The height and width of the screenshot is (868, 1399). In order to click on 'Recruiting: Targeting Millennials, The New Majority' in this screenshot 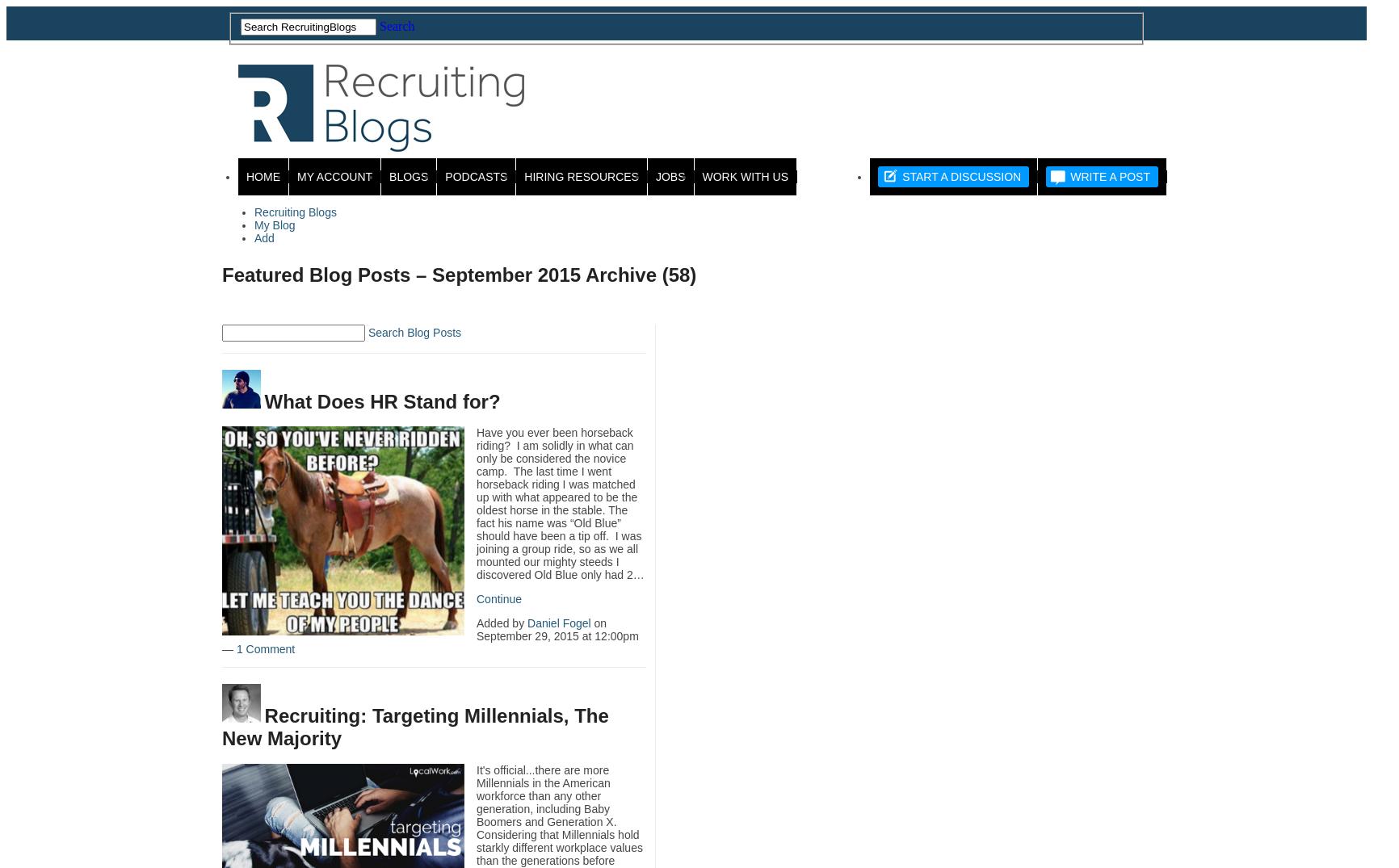, I will do `click(415, 726)`.